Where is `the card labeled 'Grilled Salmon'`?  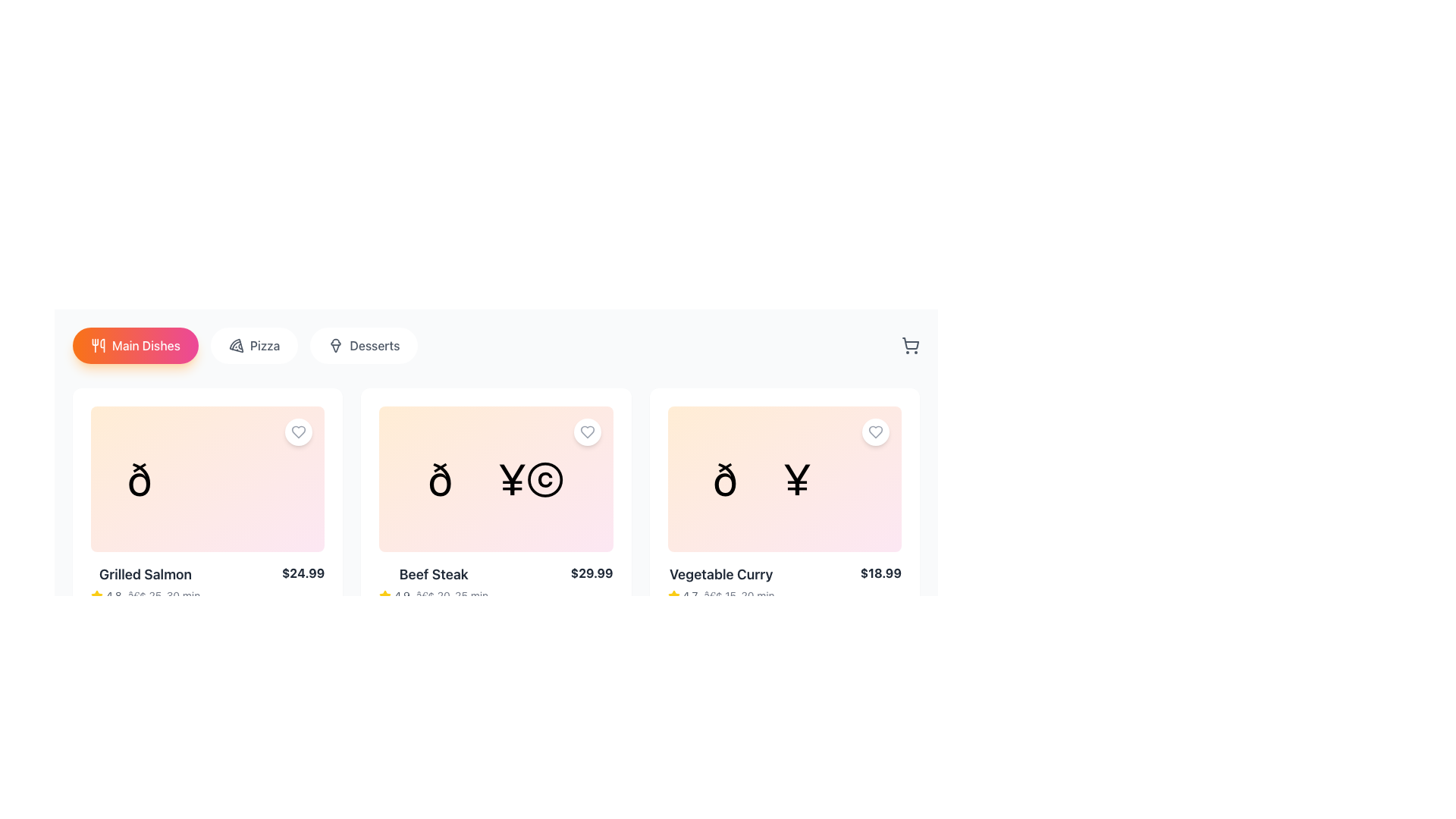 the card labeled 'Grilled Salmon' is located at coordinates (207, 523).